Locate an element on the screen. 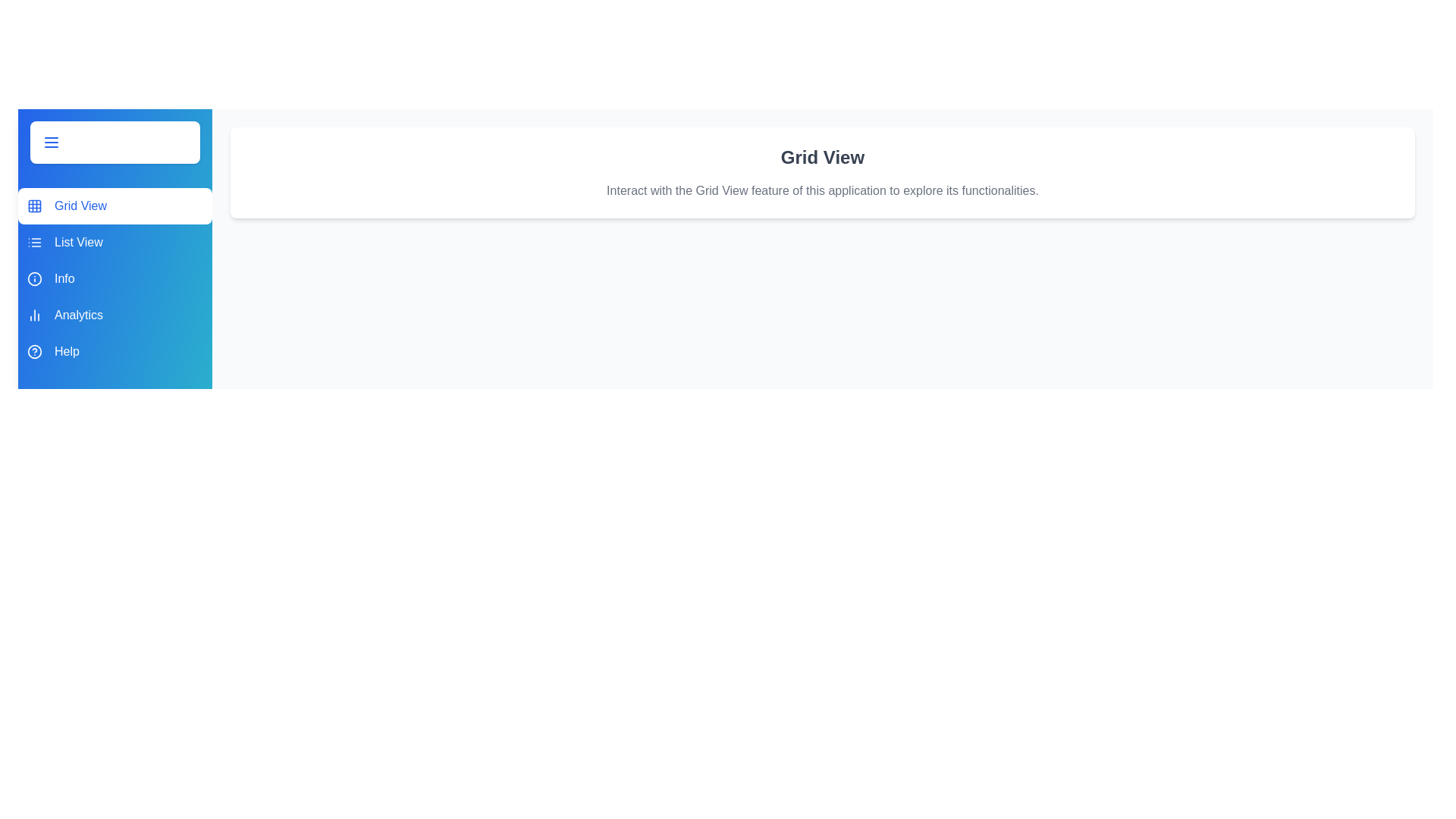 This screenshot has height=819, width=1456. toggle button to change the drawer's state is located at coordinates (115, 143).